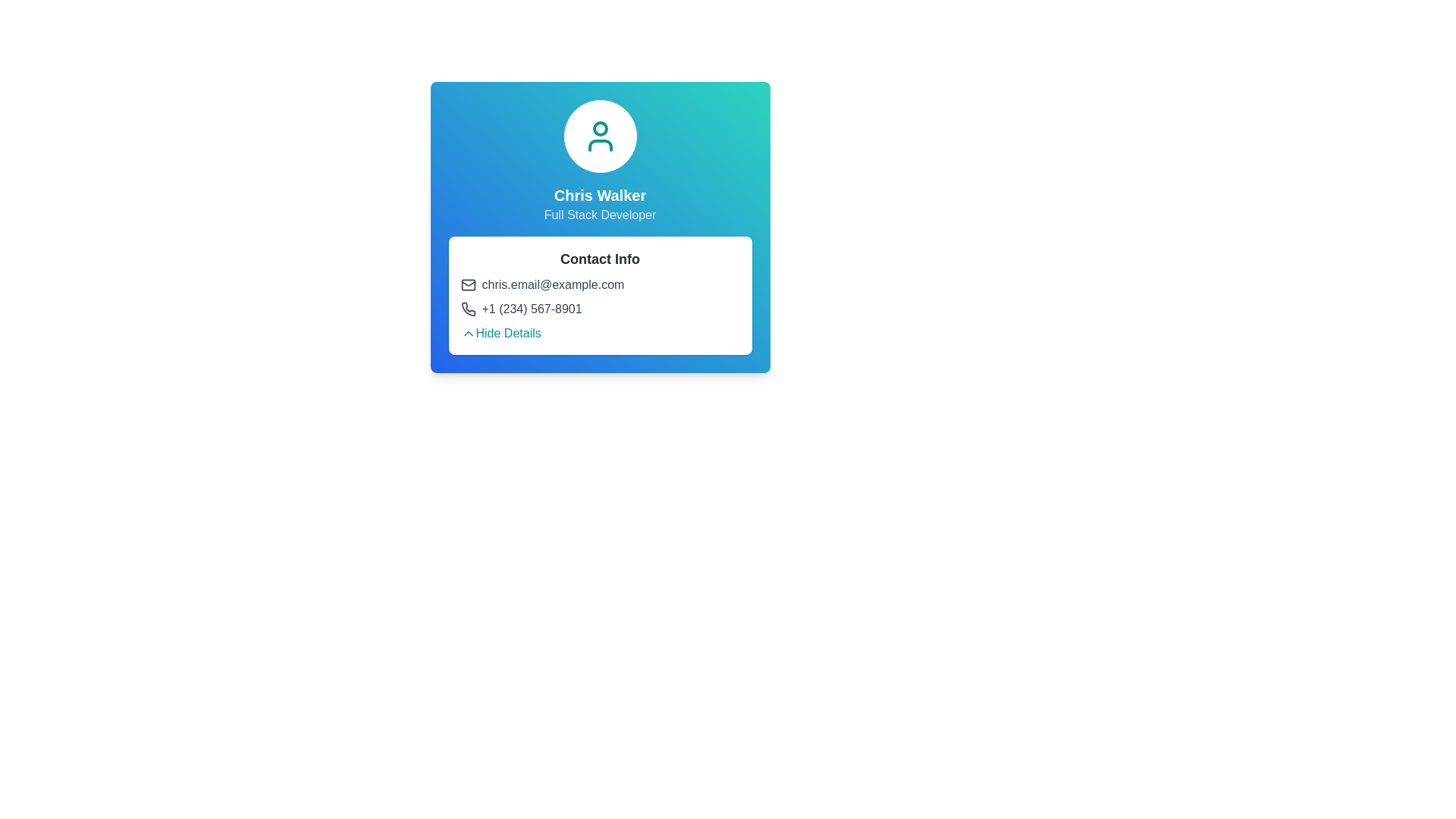  I want to click on the chevron icon located below the contact information of Chris Walker, so click(467, 332).